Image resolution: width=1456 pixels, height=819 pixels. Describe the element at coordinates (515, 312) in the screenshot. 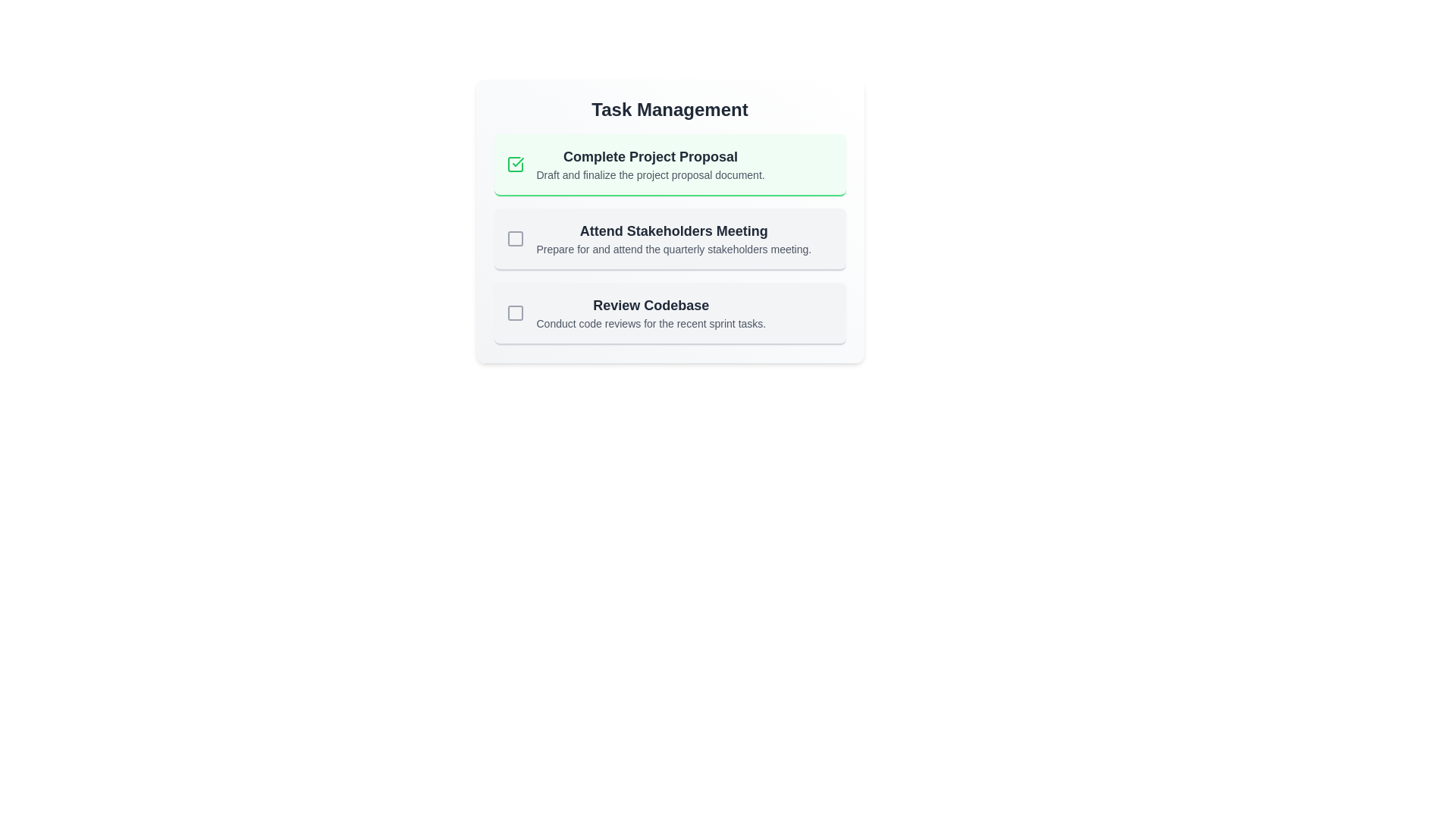

I see `the graphical decoration within the checkbox for the third task item titled 'Review Codebase', which is represented as a small rectangle with rounded corners and a light gray border` at that location.